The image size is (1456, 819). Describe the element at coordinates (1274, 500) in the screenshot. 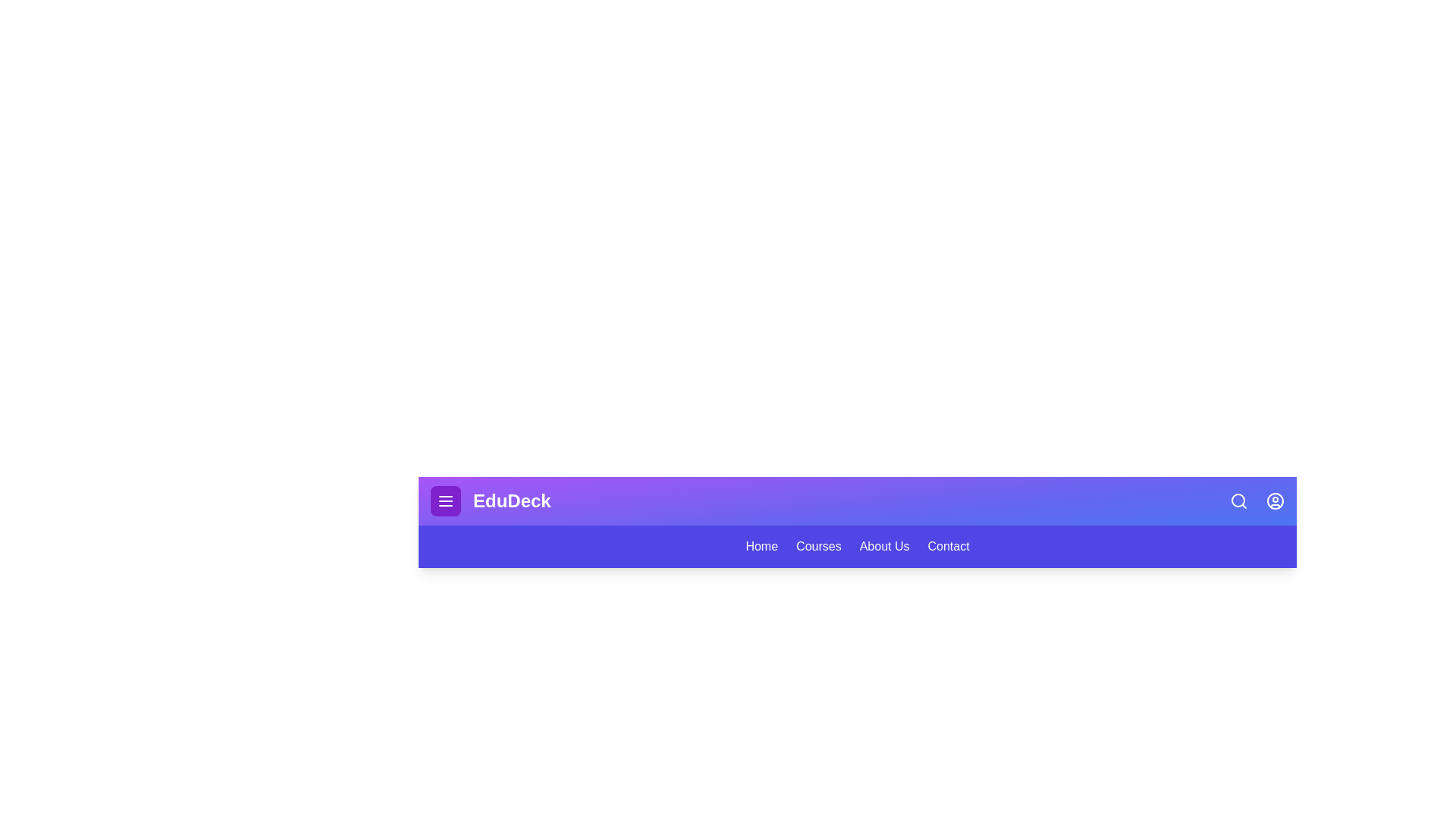

I see `the user profile icon to open the profile menu` at that location.